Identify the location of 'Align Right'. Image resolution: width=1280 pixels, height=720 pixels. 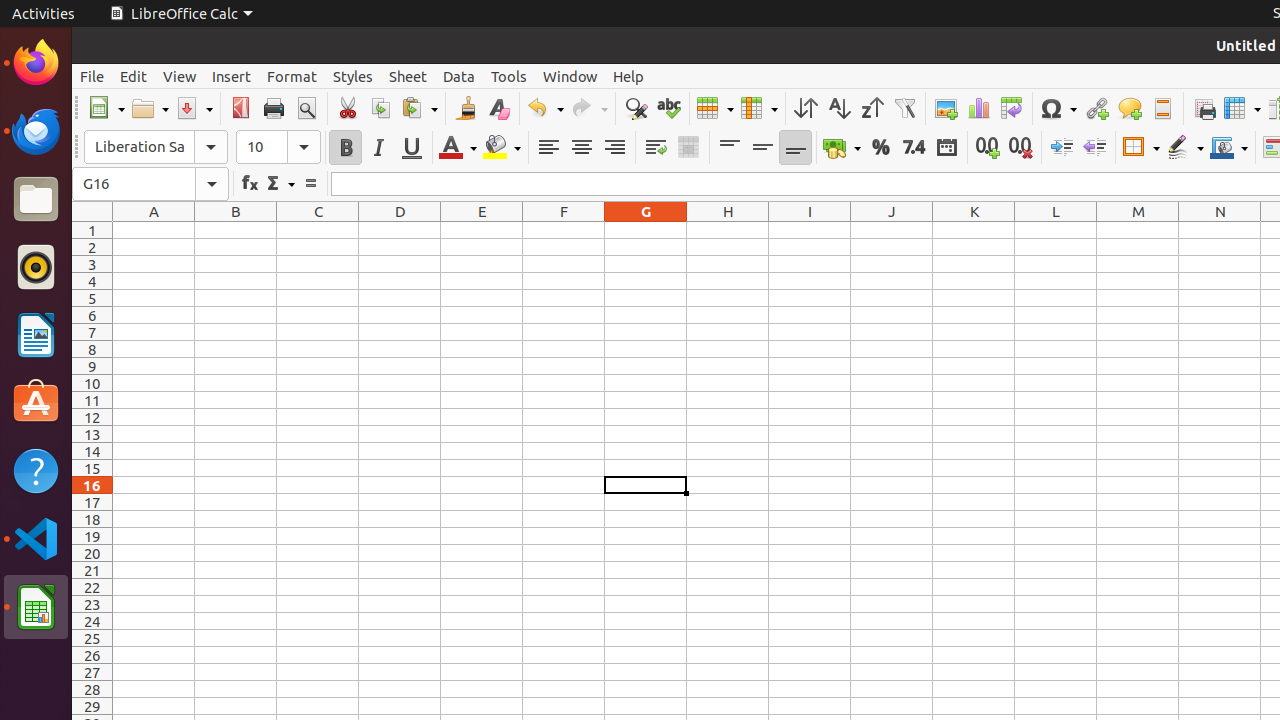
(613, 146).